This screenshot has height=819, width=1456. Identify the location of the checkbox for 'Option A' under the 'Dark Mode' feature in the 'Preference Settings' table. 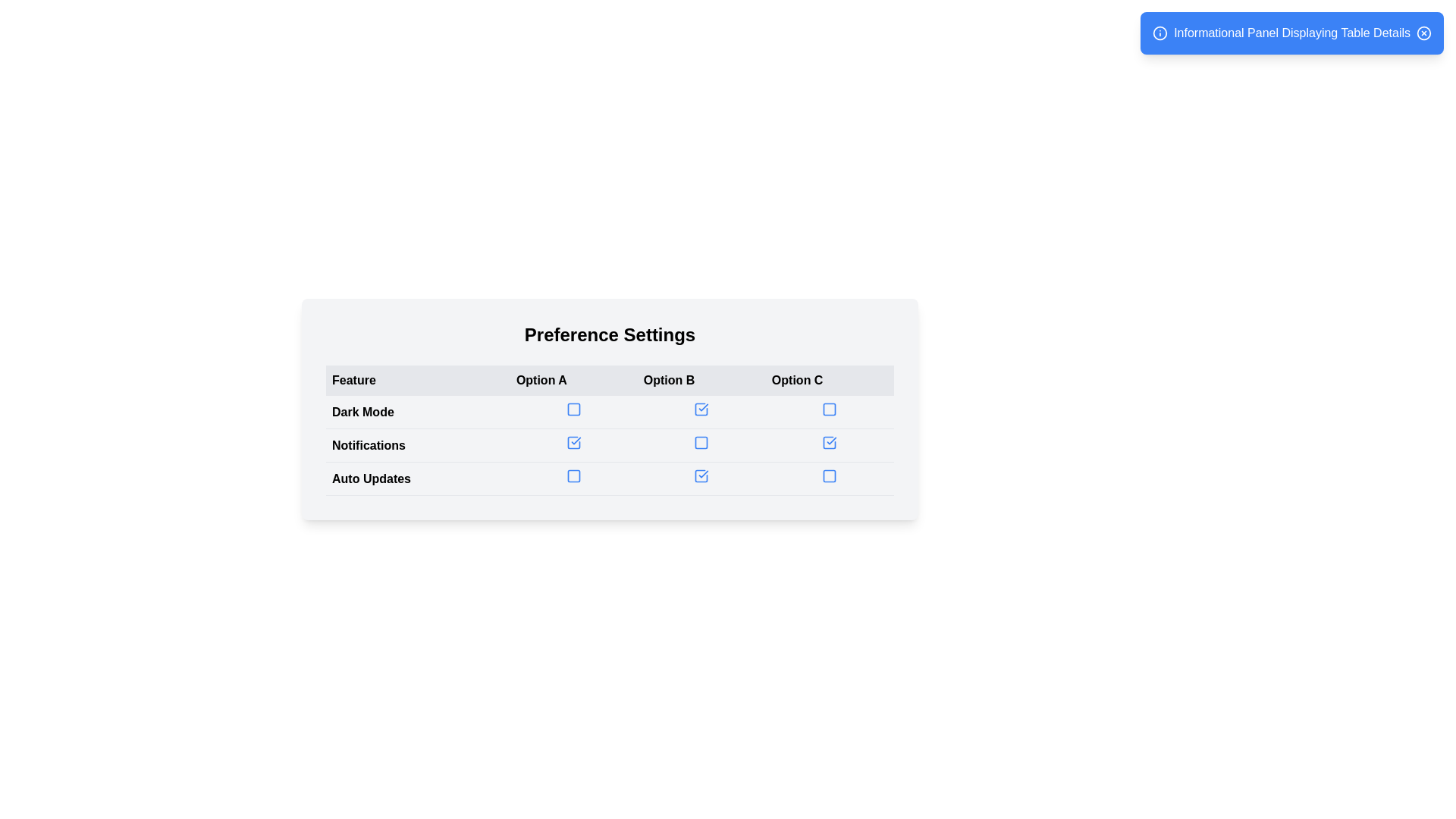
(573, 409).